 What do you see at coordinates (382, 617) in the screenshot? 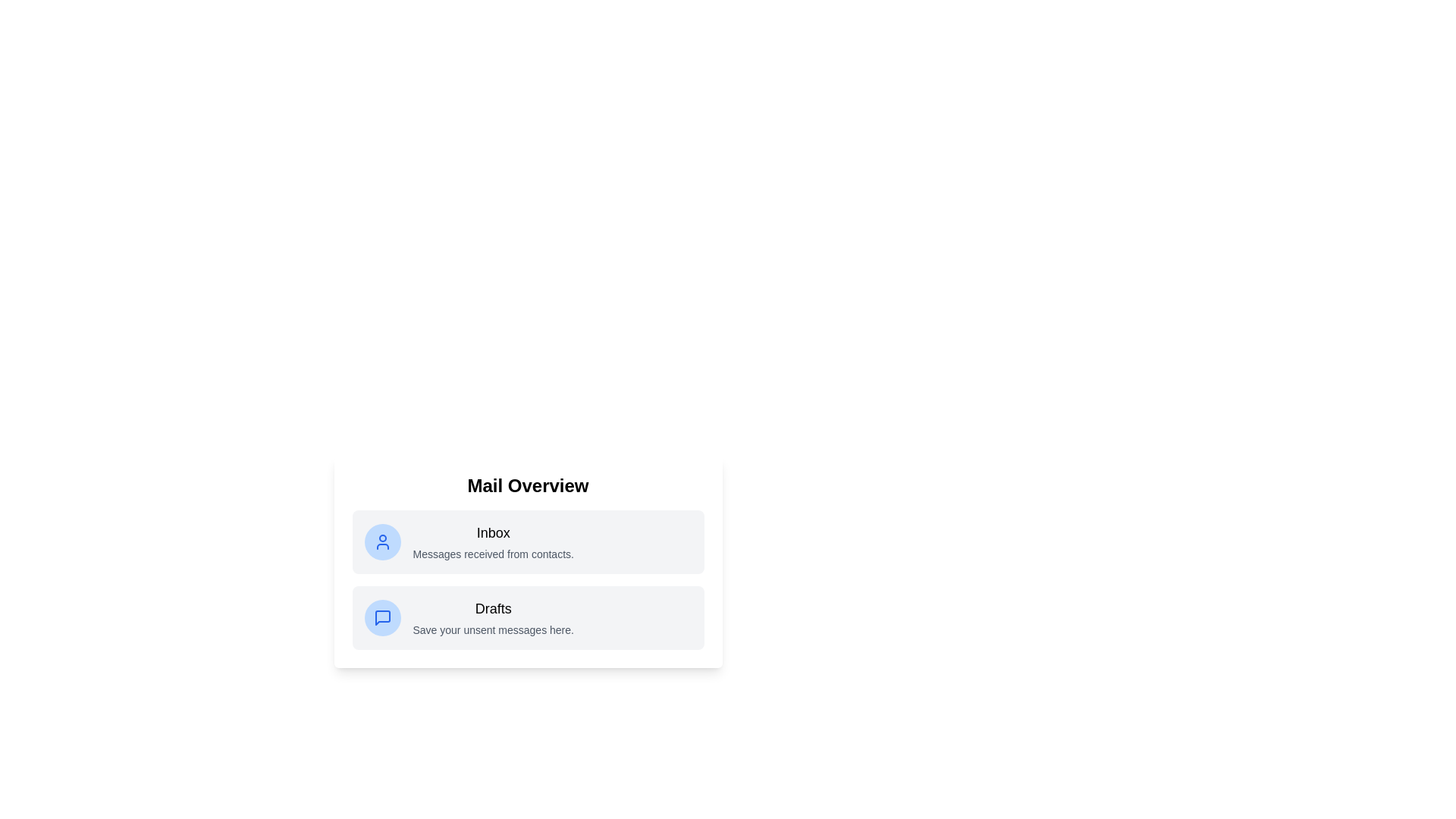
I see `the icon for the Drafts list item` at bounding box center [382, 617].